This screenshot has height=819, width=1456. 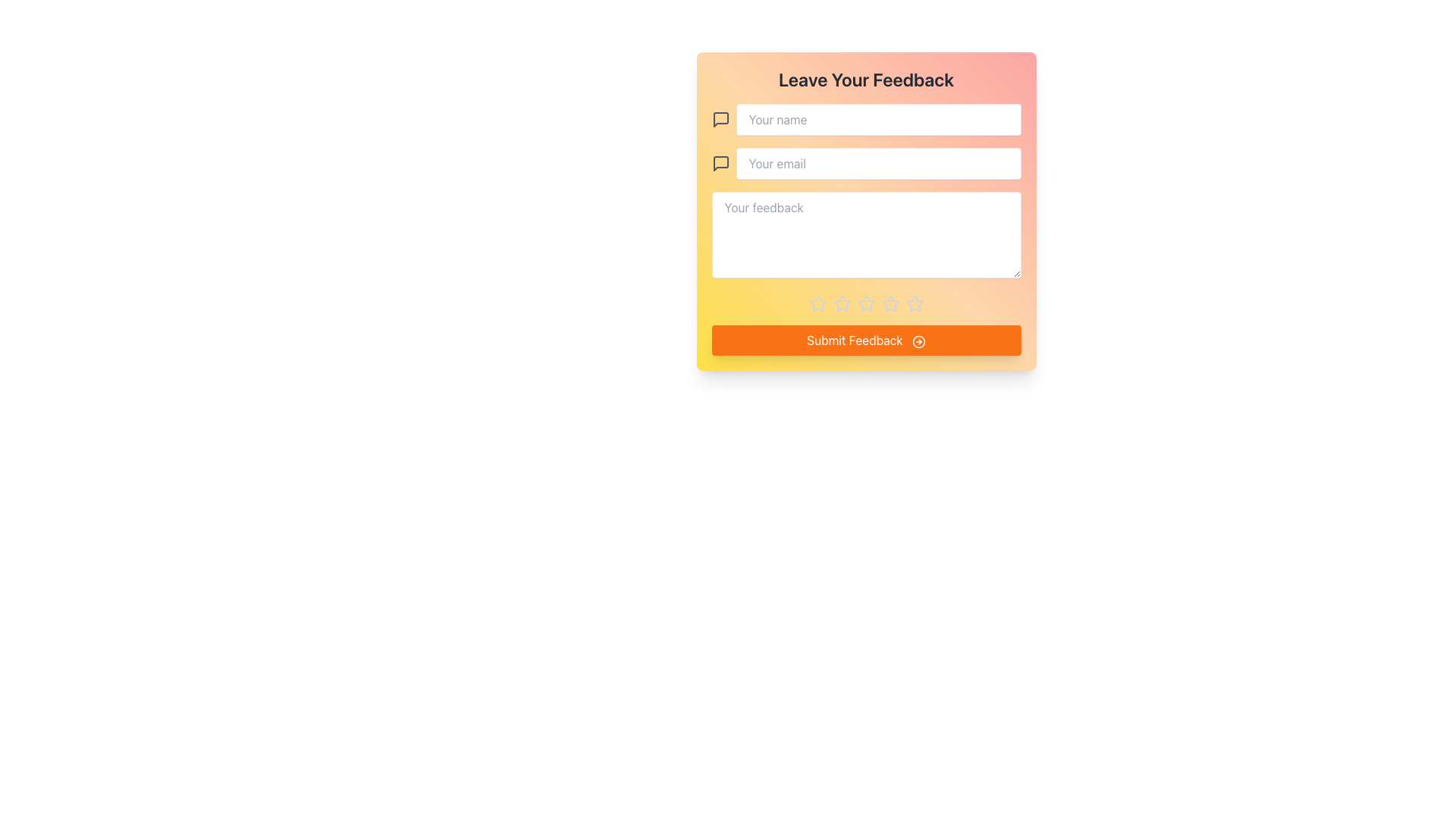 I want to click on the Email input box in the feedback form, so click(x=866, y=164).